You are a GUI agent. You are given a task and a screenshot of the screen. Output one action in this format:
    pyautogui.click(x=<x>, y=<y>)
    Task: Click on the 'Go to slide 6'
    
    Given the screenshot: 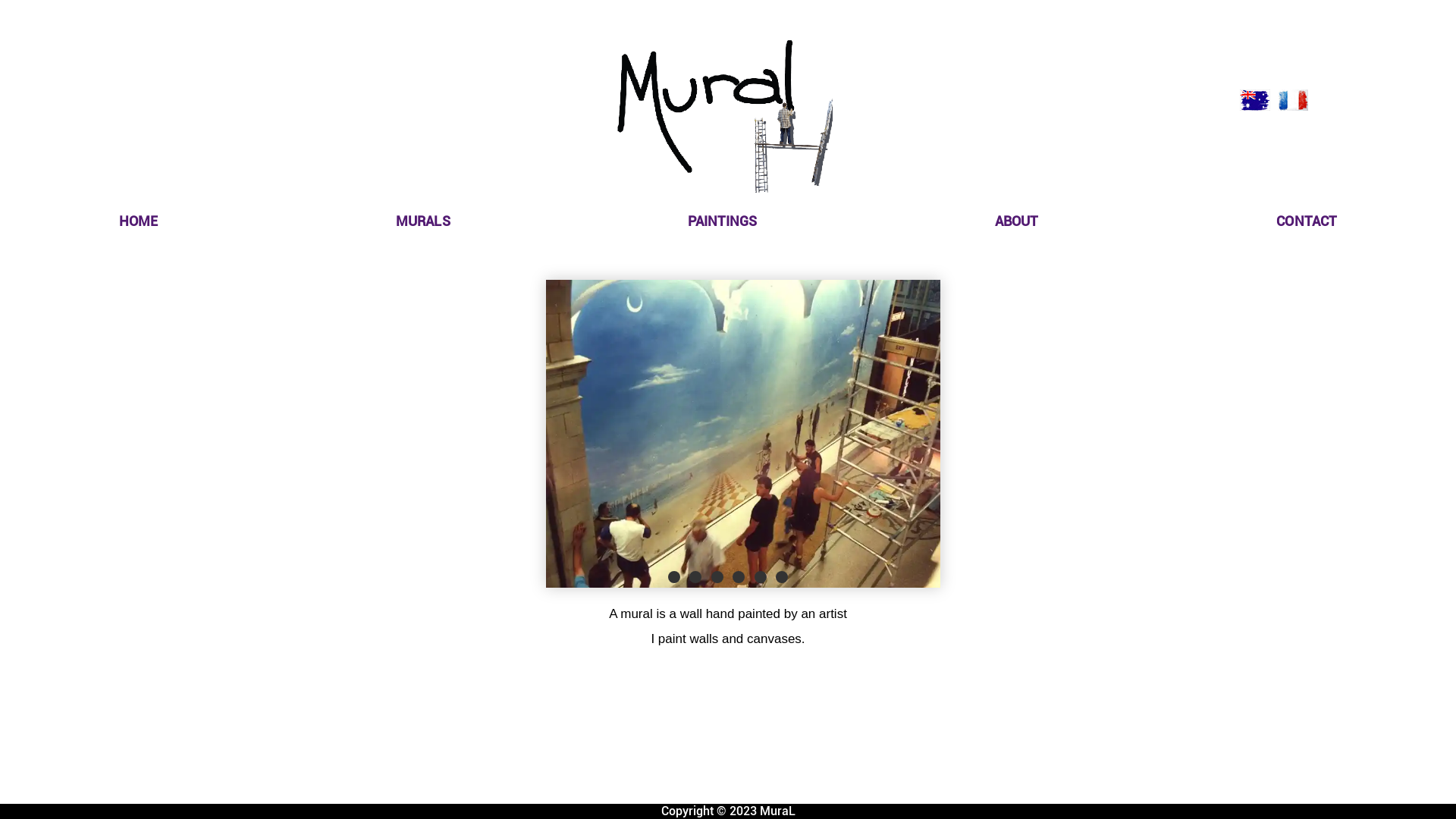 What is the action you would take?
    pyautogui.click(x=782, y=576)
    